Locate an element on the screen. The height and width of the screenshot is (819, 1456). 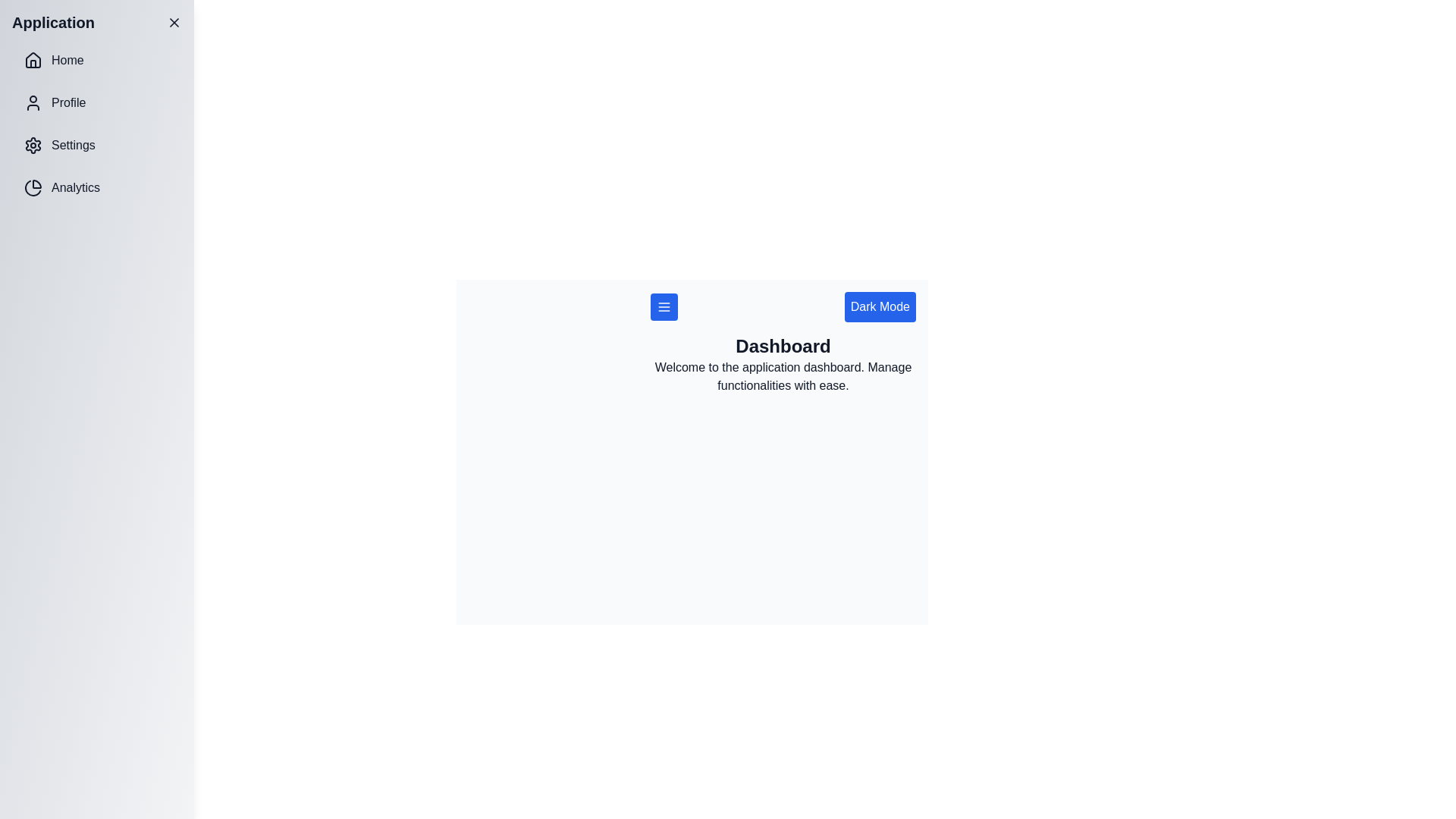
the close button located at the top-right corner of the navigation sidebar is located at coordinates (174, 23).